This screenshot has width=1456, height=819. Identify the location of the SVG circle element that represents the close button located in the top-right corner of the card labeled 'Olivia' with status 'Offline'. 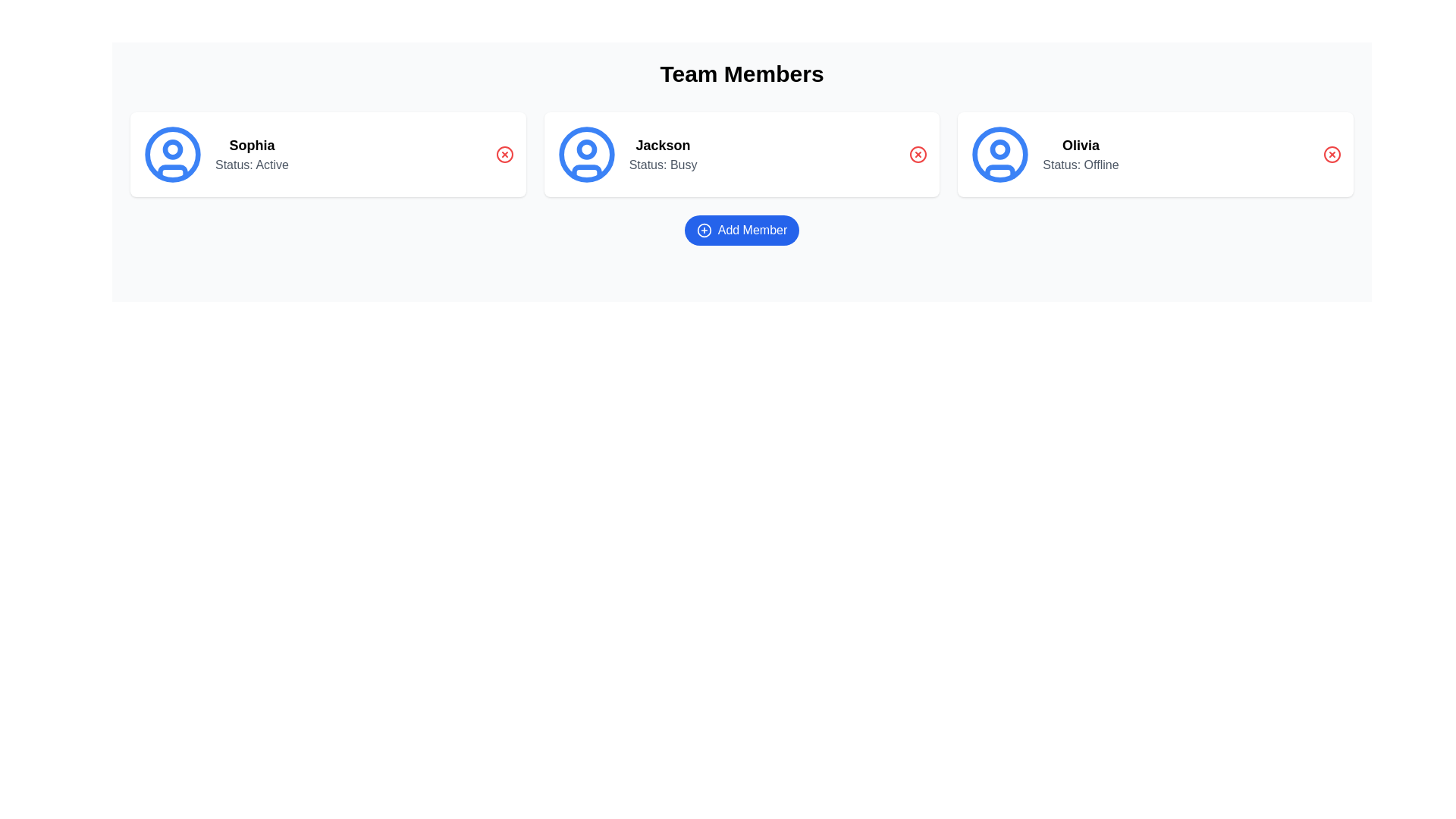
(1331, 155).